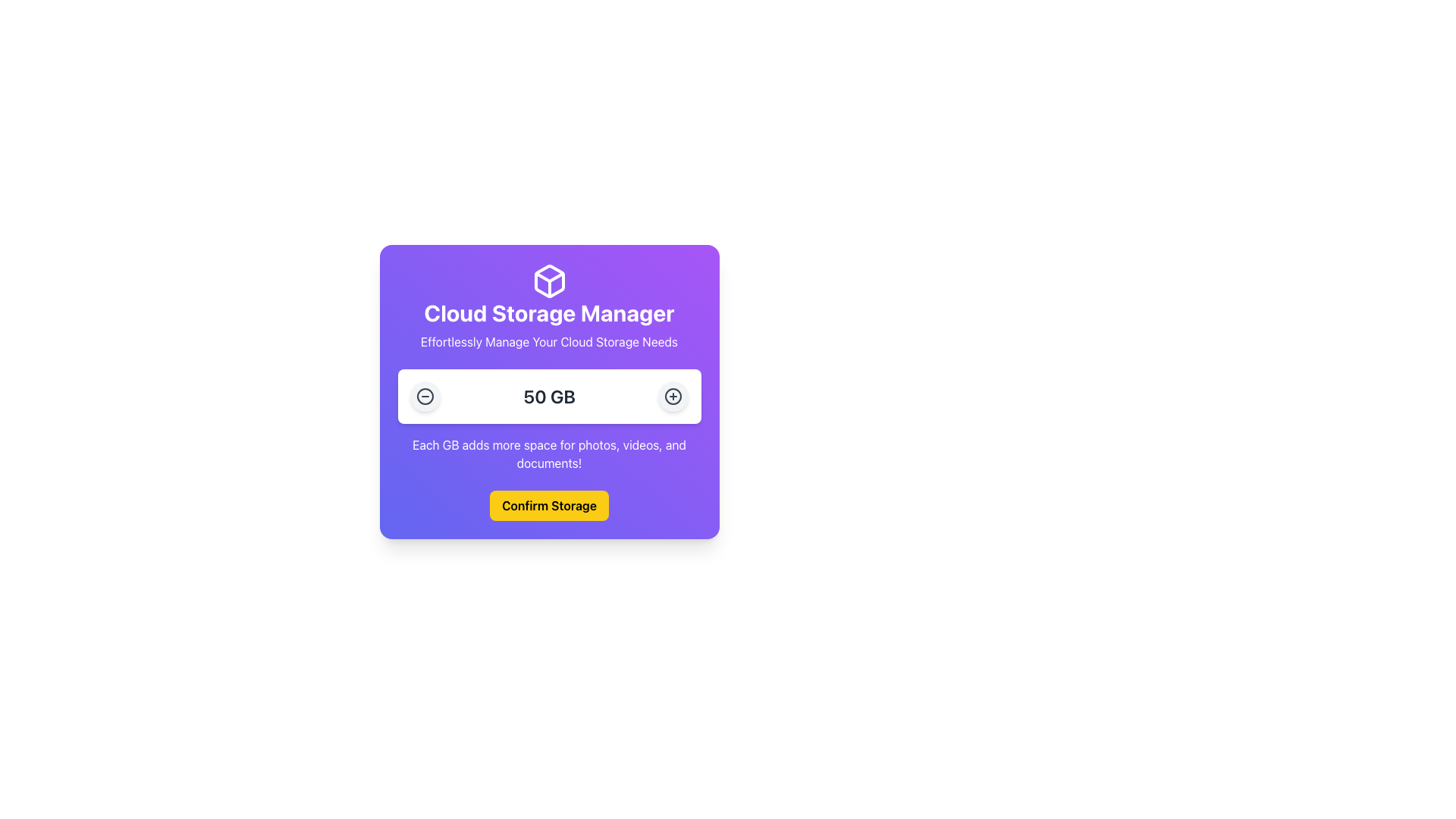  What do you see at coordinates (425, 396) in the screenshot?
I see `the circular decrement button with a minus sign to observe the hover effect` at bounding box center [425, 396].